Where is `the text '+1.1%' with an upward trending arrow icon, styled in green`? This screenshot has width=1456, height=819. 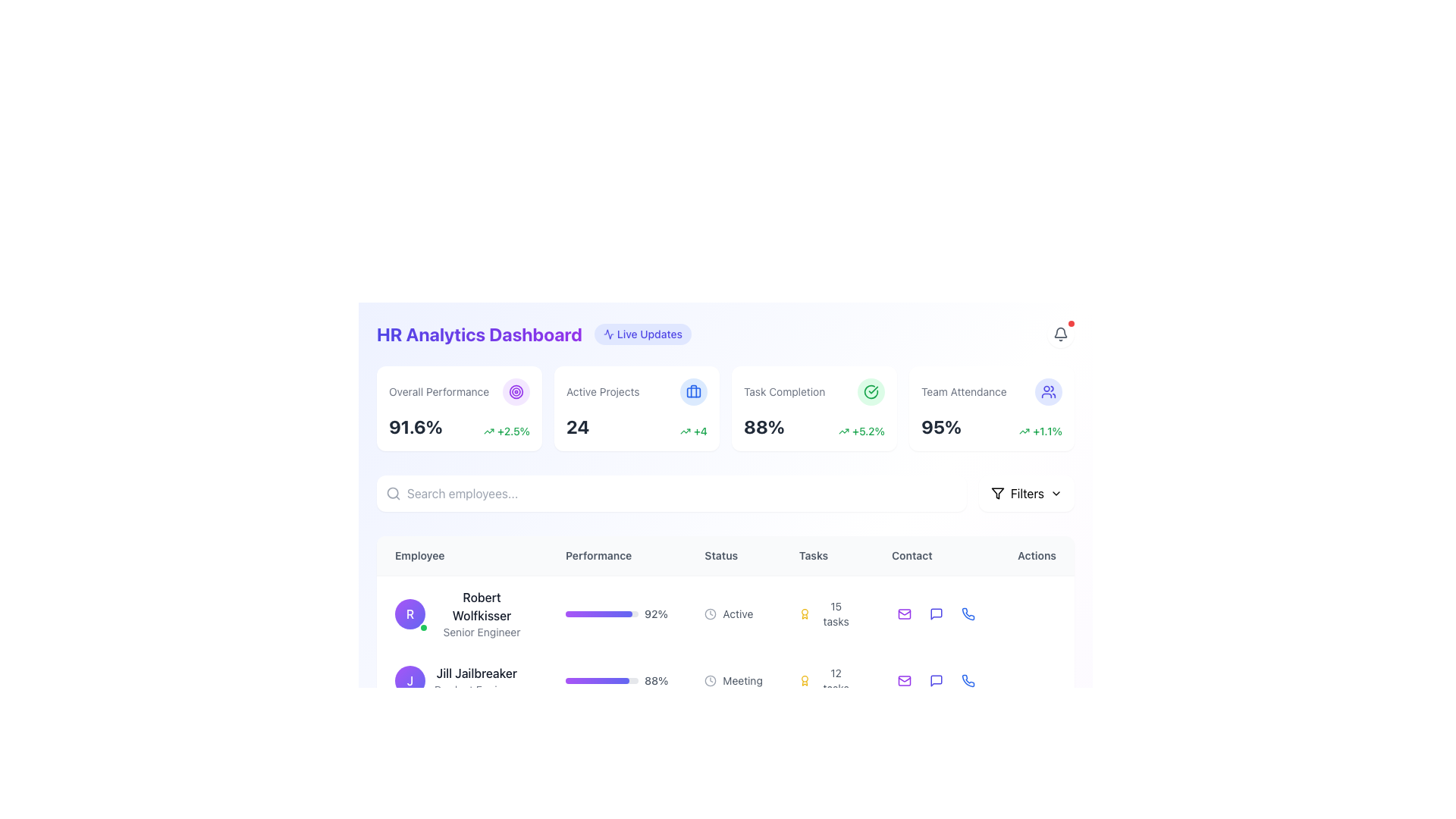 the text '+1.1%' with an upward trending arrow icon, styled in green is located at coordinates (1040, 431).